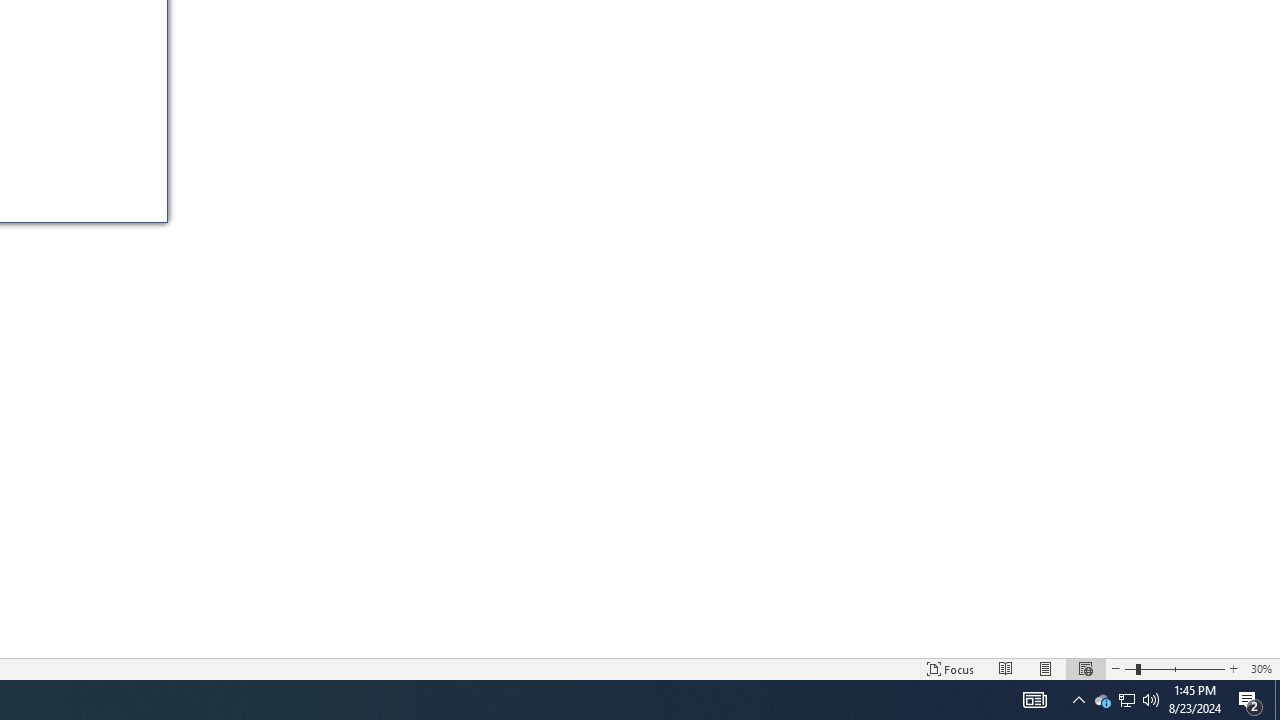 The width and height of the screenshot is (1280, 720). I want to click on 'Zoom 30%', so click(1260, 669).